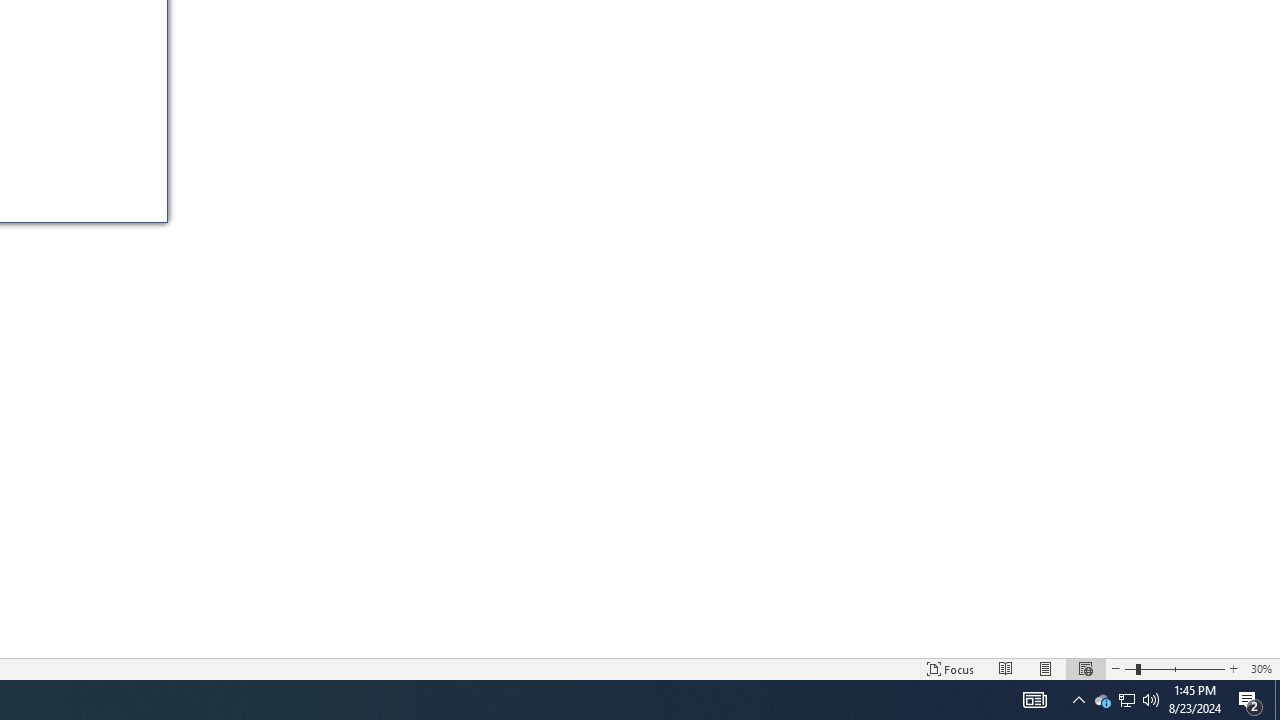 The width and height of the screenshot is (1280, 720). I want to click on 'Zoom 30%', so click(1260, 669).